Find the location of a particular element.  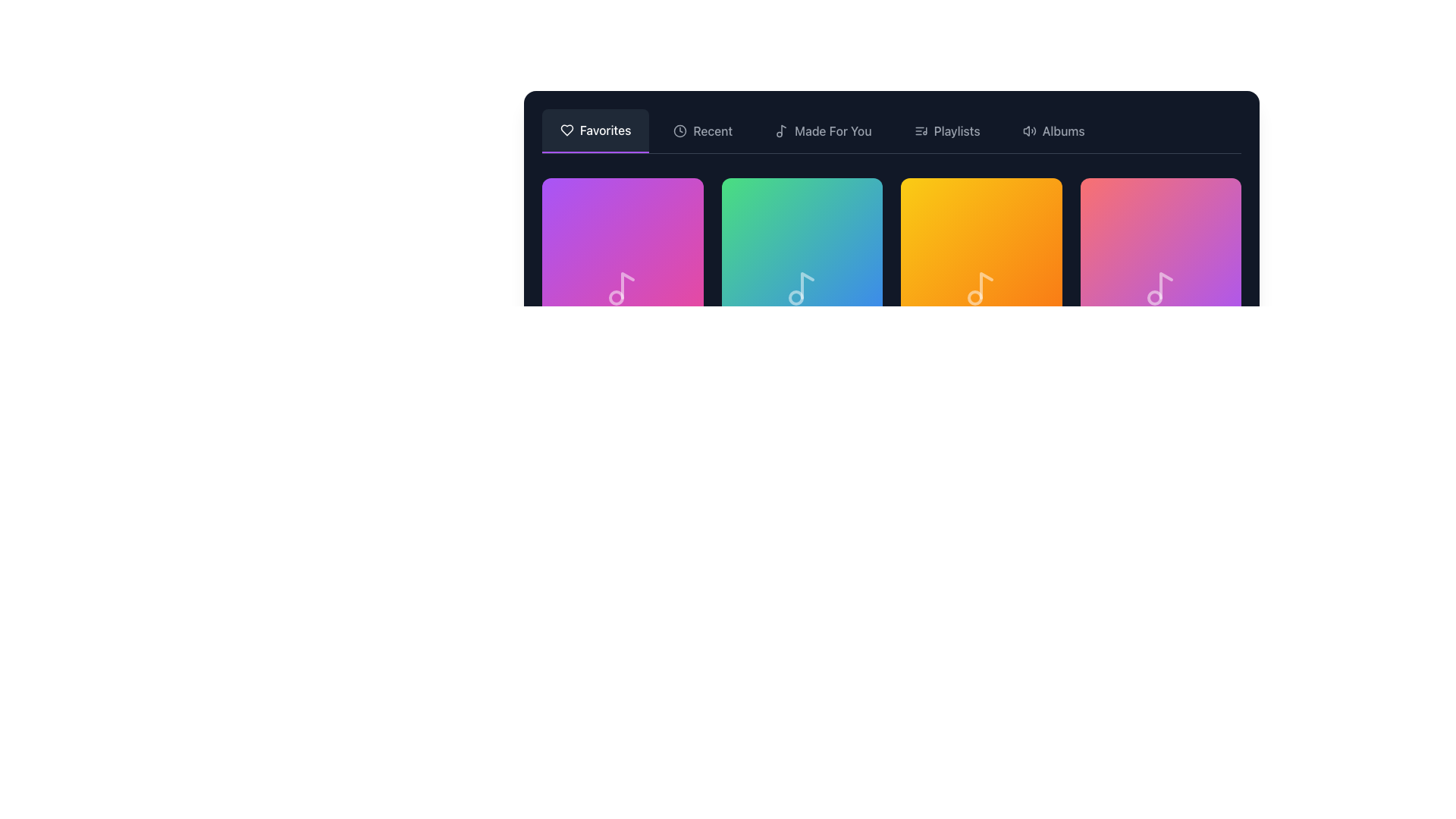

the text label located immediately to the right of the clock icon in the top navigation bar is located at coordinates (712, 130).